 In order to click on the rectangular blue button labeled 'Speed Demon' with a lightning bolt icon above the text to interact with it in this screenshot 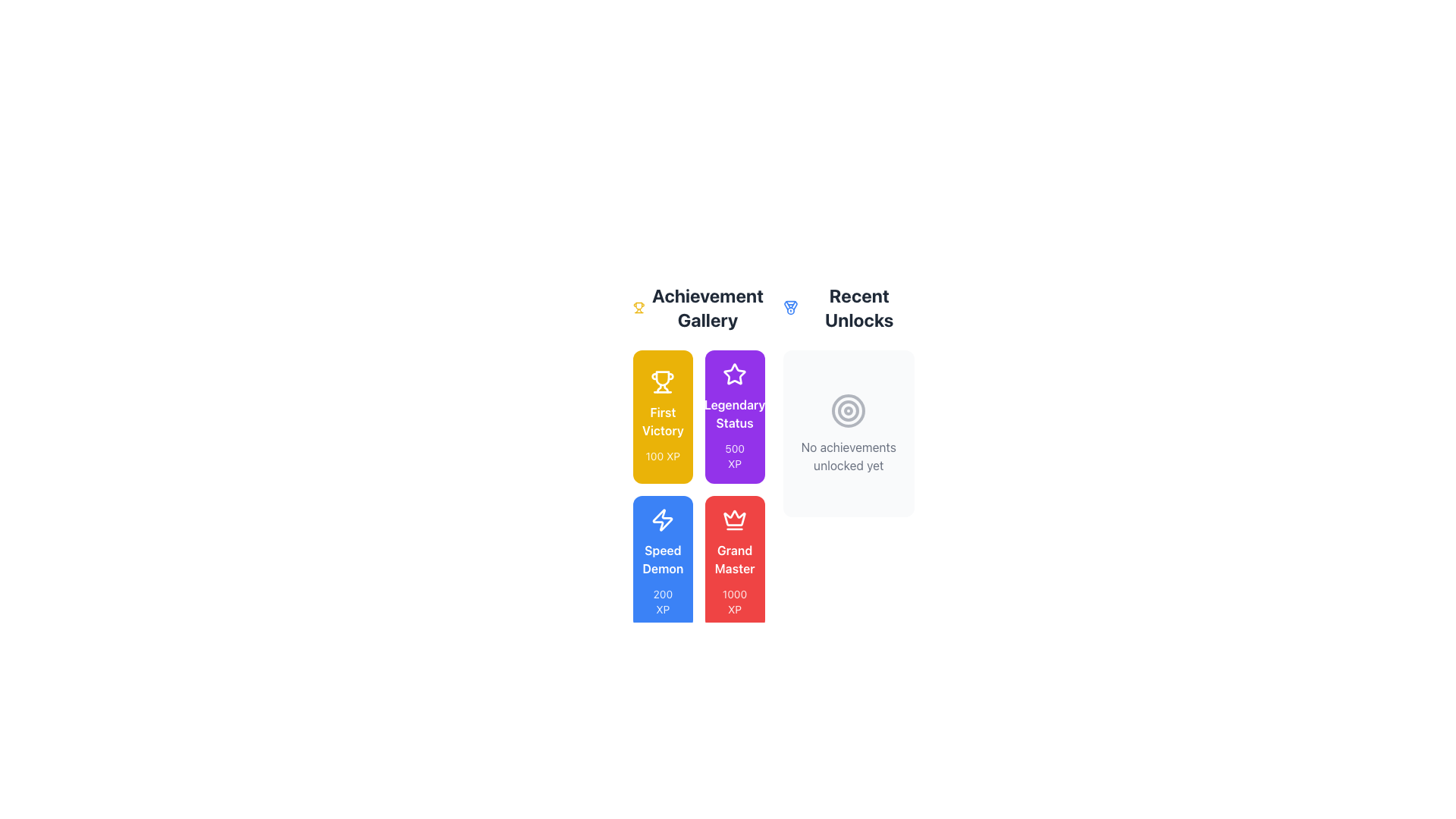, I will do `click(663, 562)`.